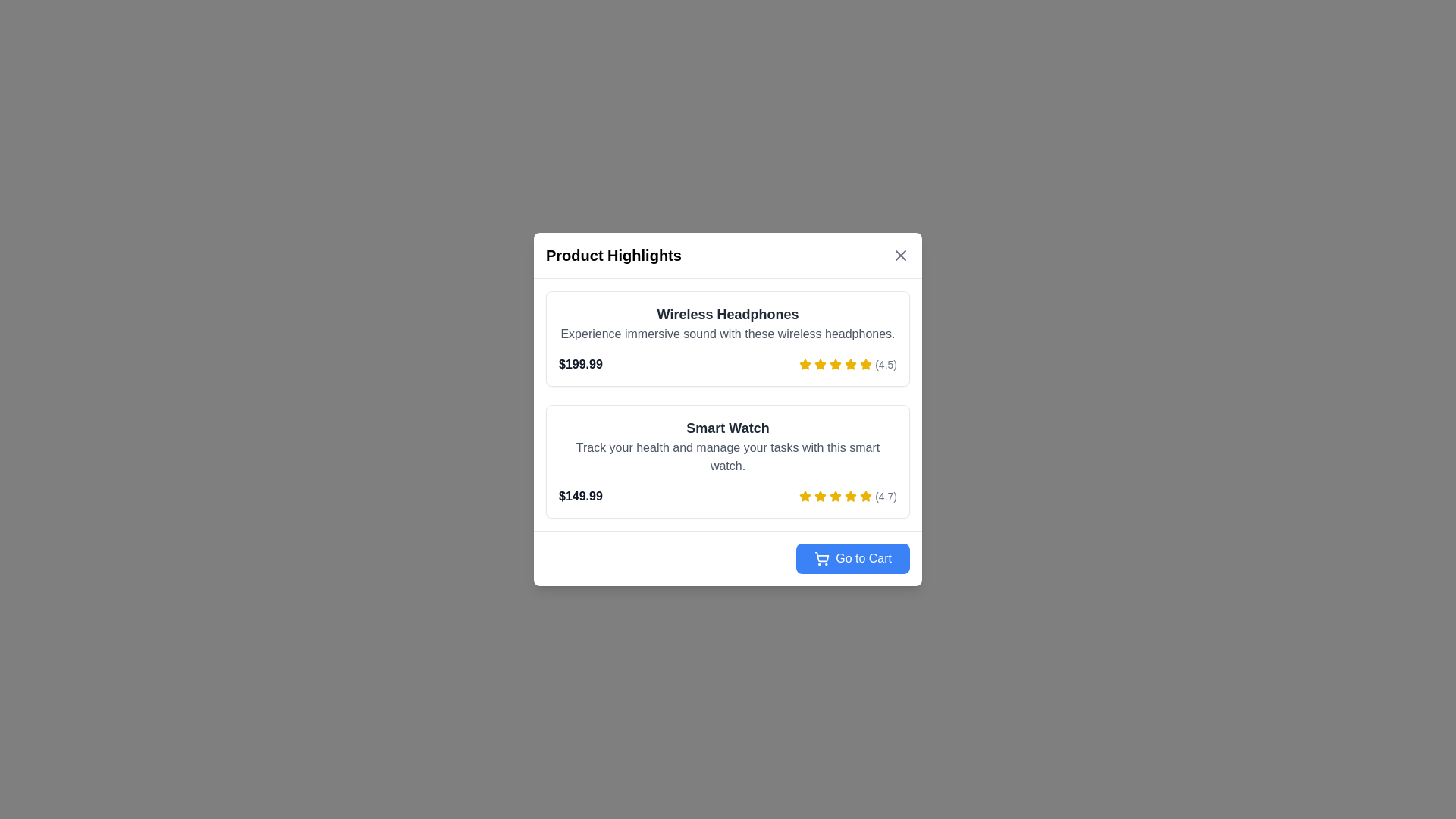  What do you see at coordinates (613, 254) in the screenshot?
I see `text displayed in the 'Product Highlights' header, which is bold, larger, and styled in black against a white background, located in the upper left corner of the modal pop-up` at bounding box center [613, 254].